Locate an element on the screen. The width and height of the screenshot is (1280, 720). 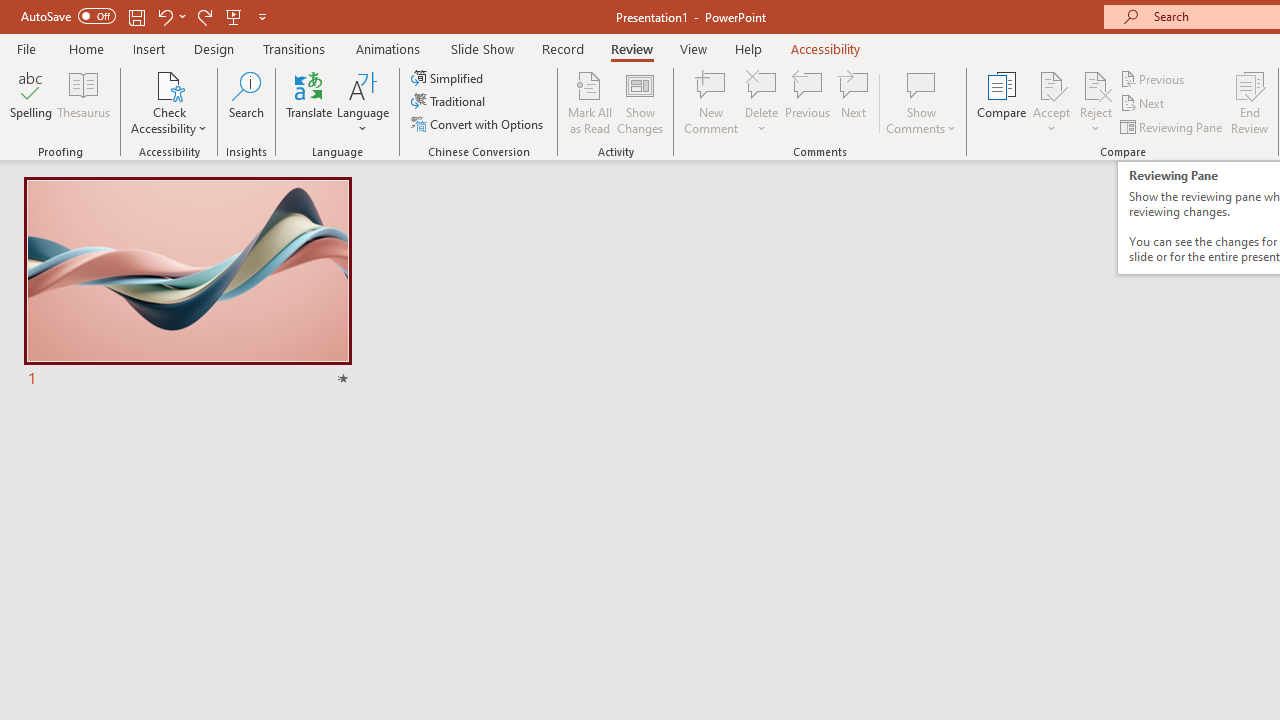
'Thesaurus...' is located at coordinates (82, 103).